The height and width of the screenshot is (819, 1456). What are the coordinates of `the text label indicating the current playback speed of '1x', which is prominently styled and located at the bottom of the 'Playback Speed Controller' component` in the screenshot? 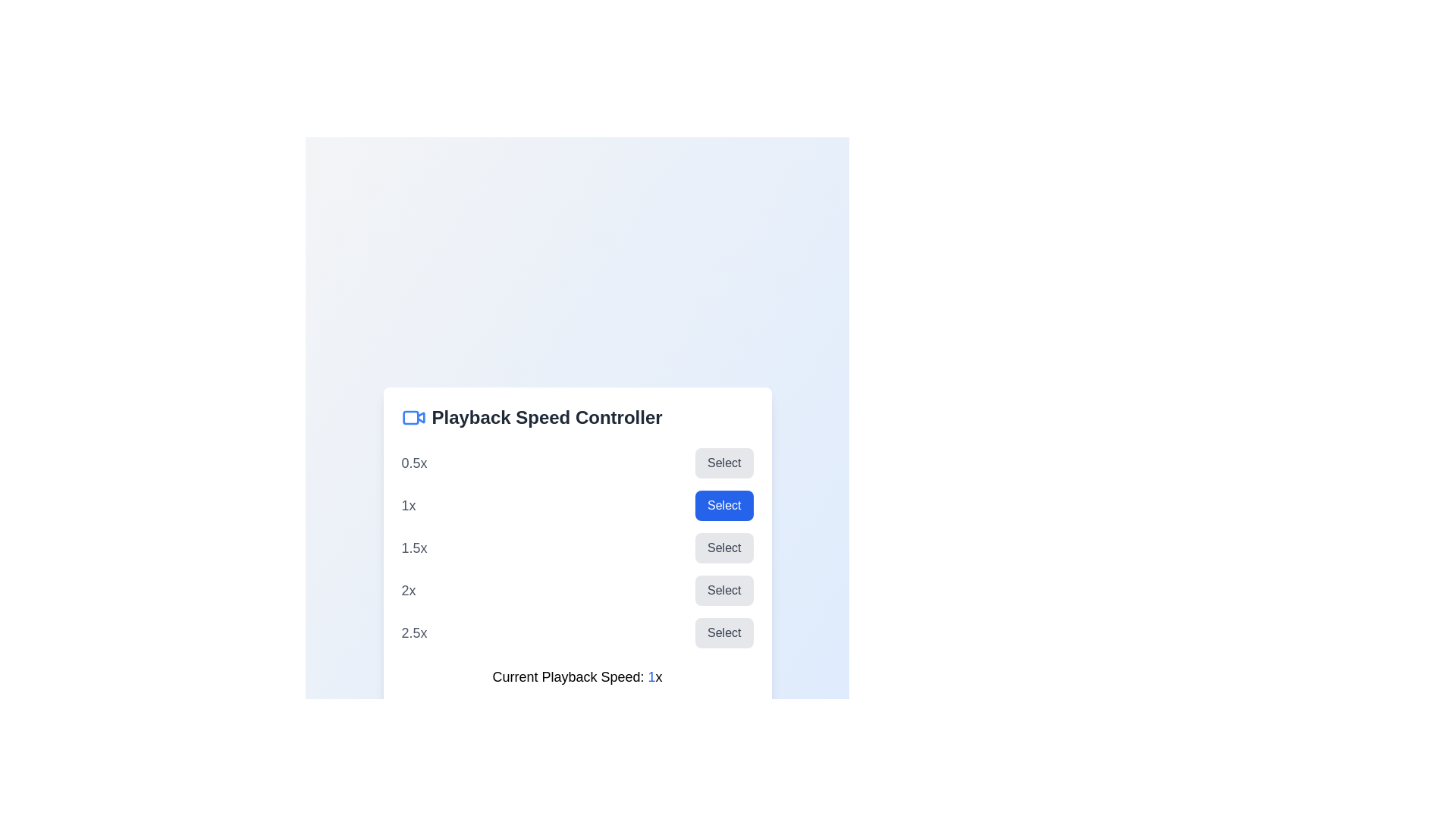 It's located at (576, 676).